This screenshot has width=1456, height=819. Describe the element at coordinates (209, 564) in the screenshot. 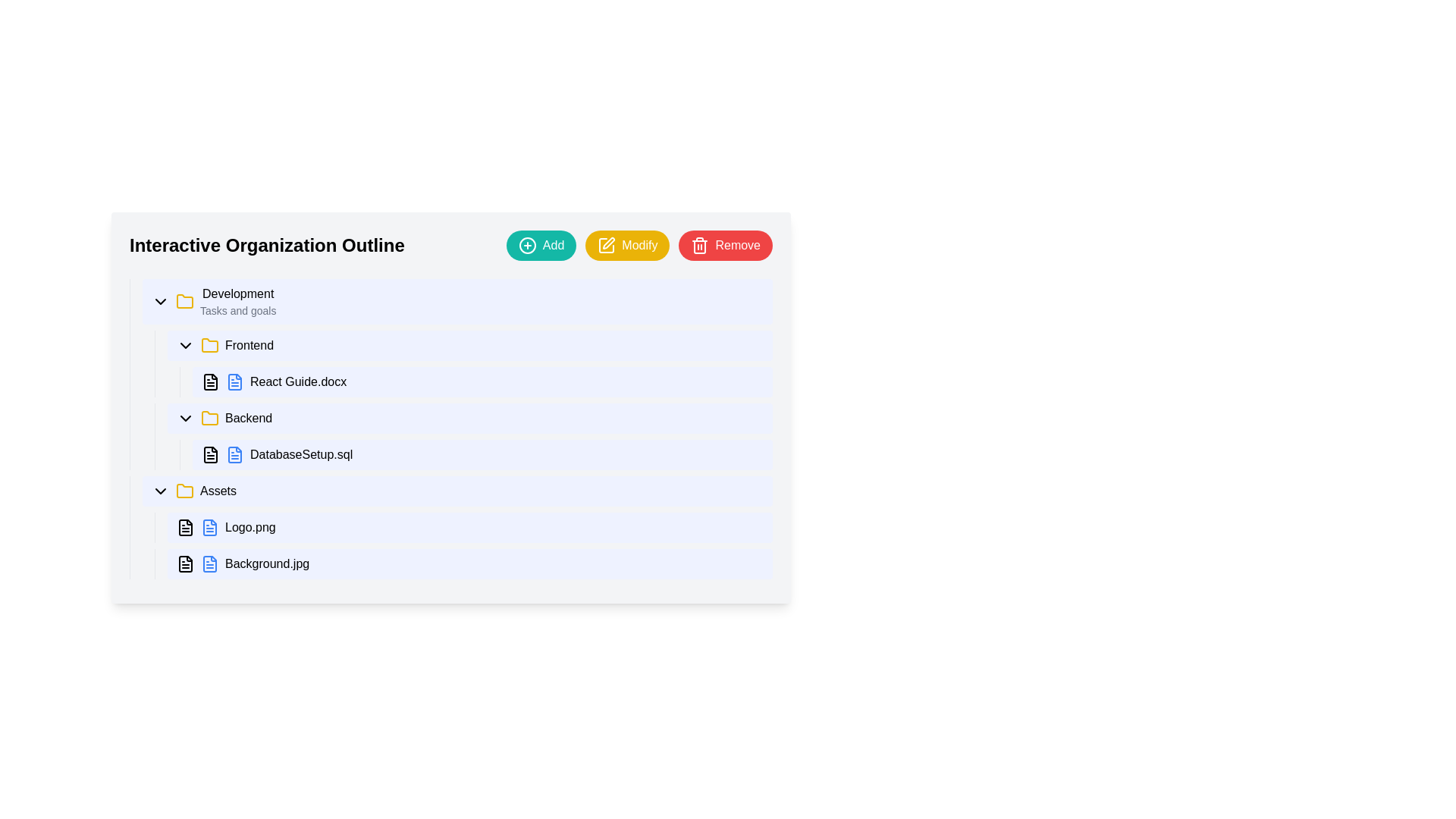

I see `the blue-colored file icon located to the left of the label 'Background.jpg', which represents that file` at that location.